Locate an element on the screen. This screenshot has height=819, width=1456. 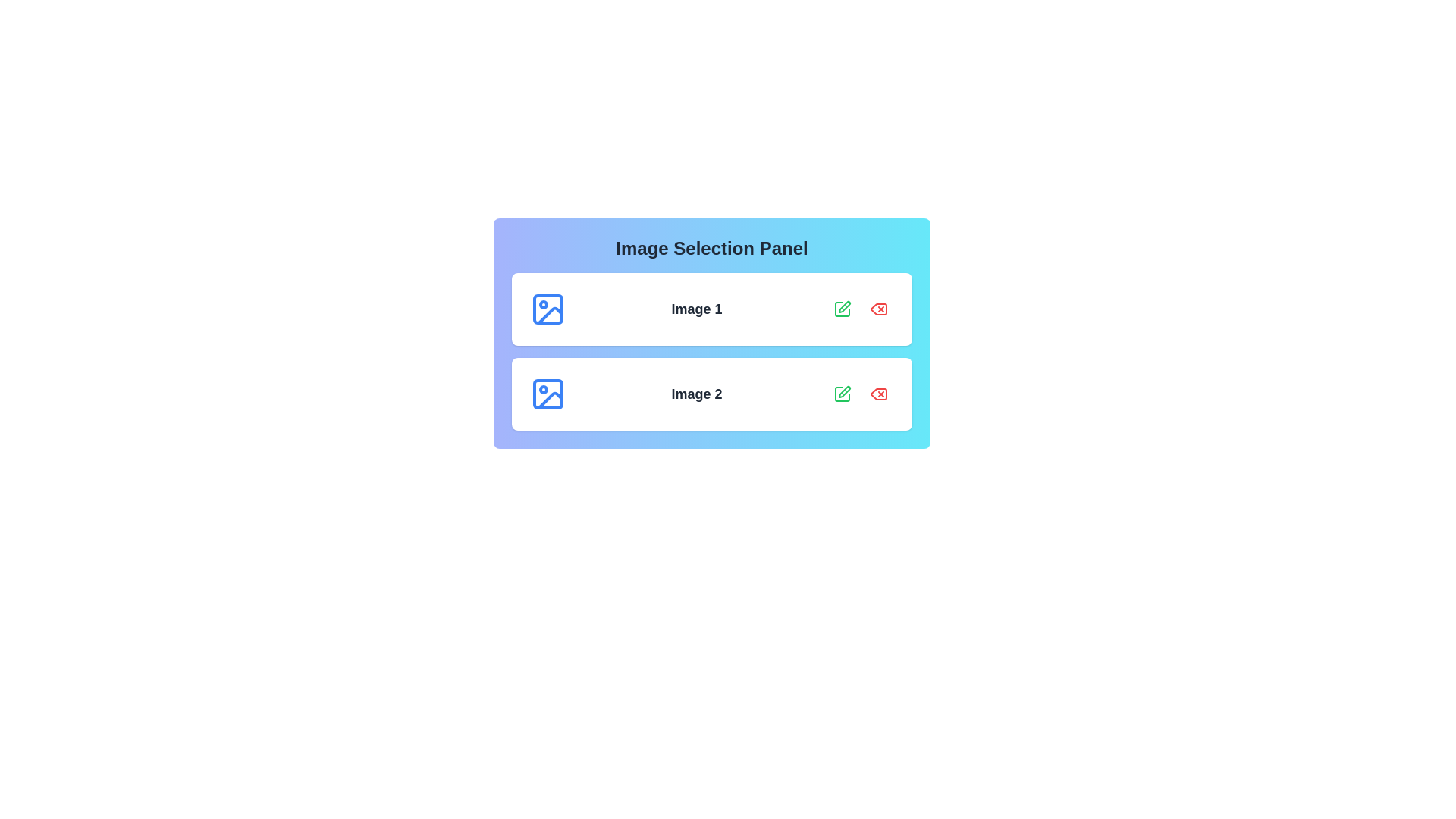
the delete icon button located on the right side of the panel within the 'Image 1' row to initiate the delete action is located at coordinates (878, 309).